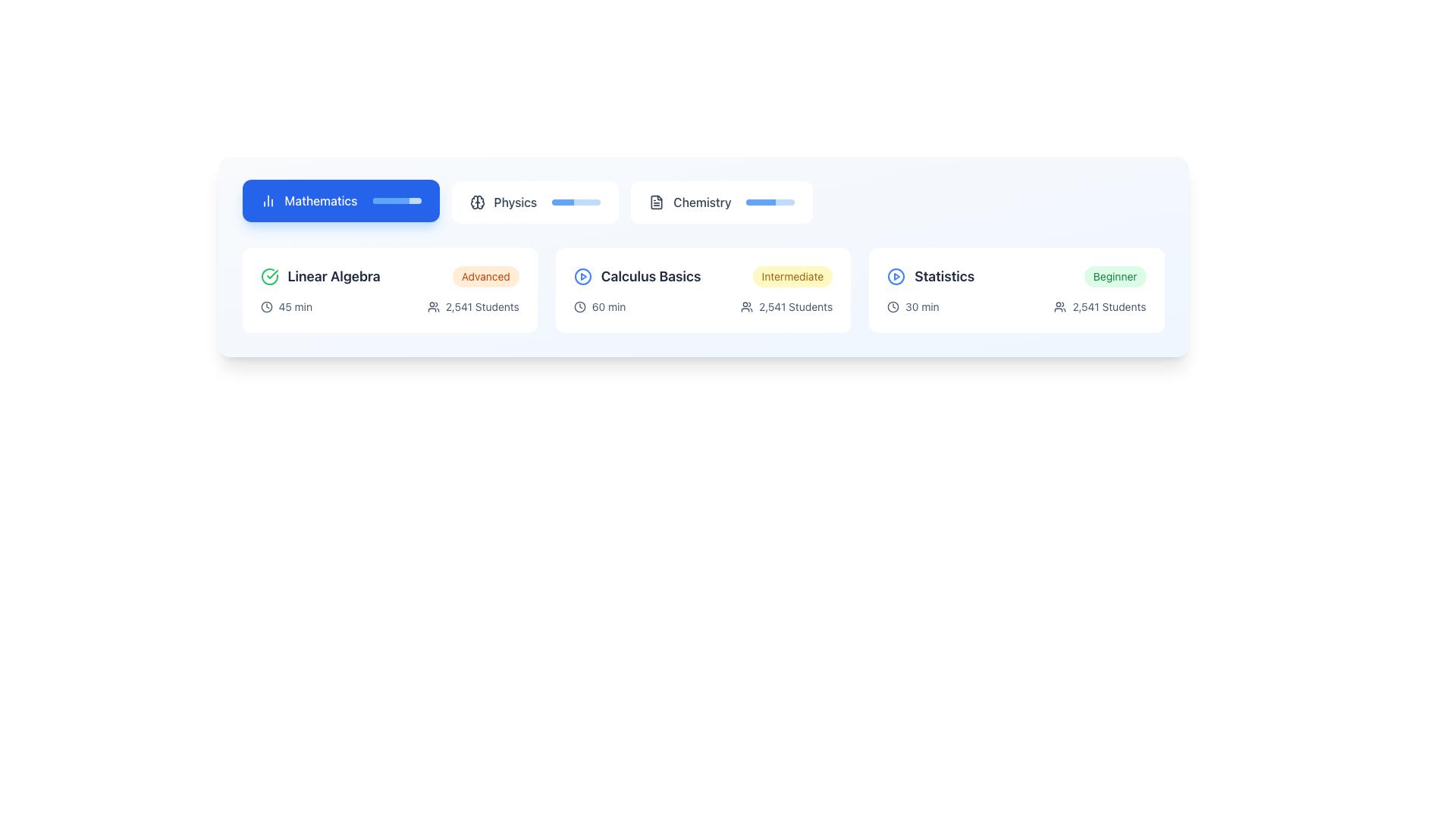 This screenshot has width=1456, height=819. What do you see at coordinates (747, 307) in the screenshot?
I see `the SVG icon representing a group of people, which is located to the left of the text '2,541 Students' and aligned below 'Calculus Basics'` at bounding box center [747, 307].